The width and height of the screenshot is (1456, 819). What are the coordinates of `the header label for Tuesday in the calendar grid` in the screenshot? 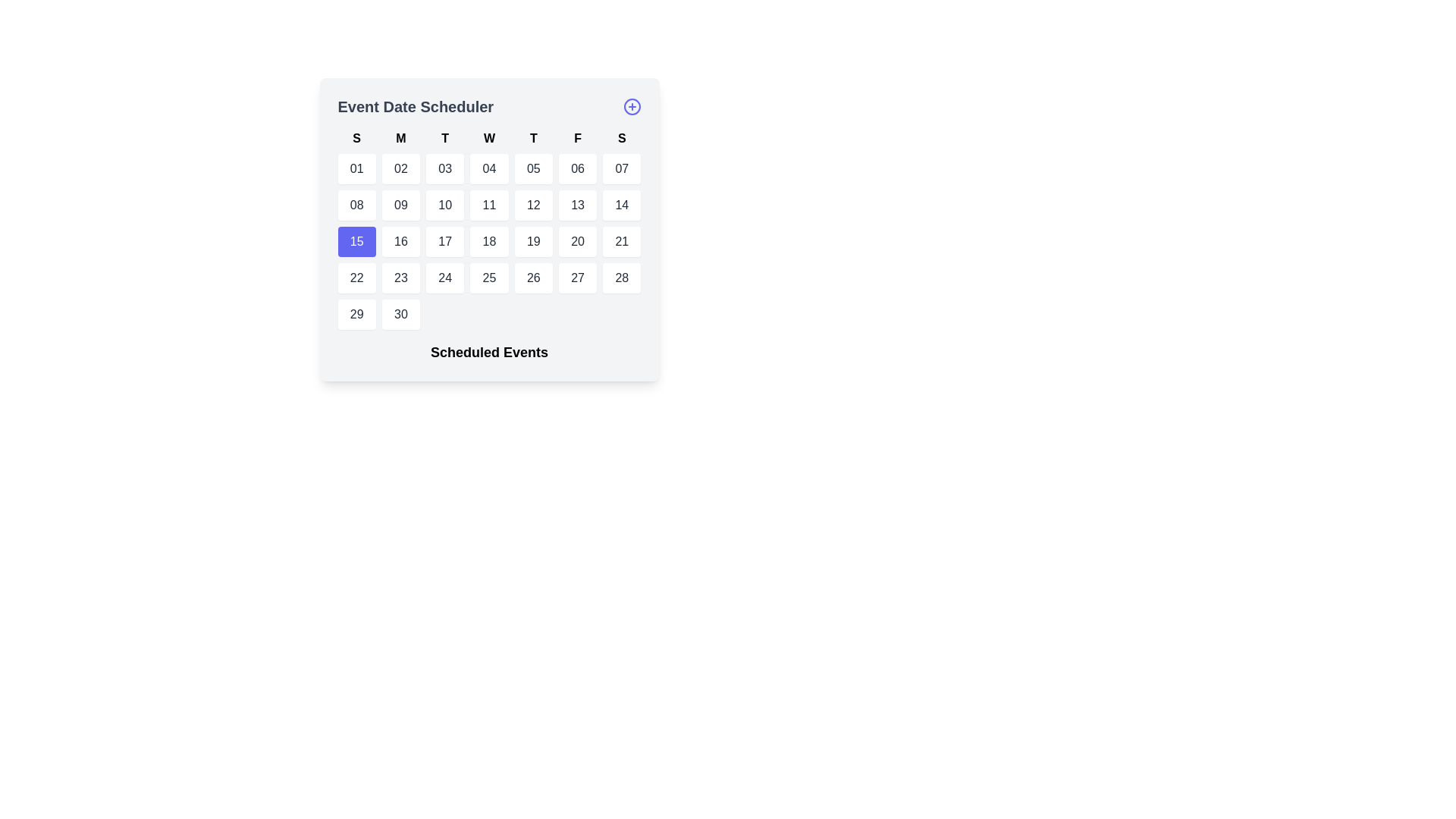 It's located at (444, 138).